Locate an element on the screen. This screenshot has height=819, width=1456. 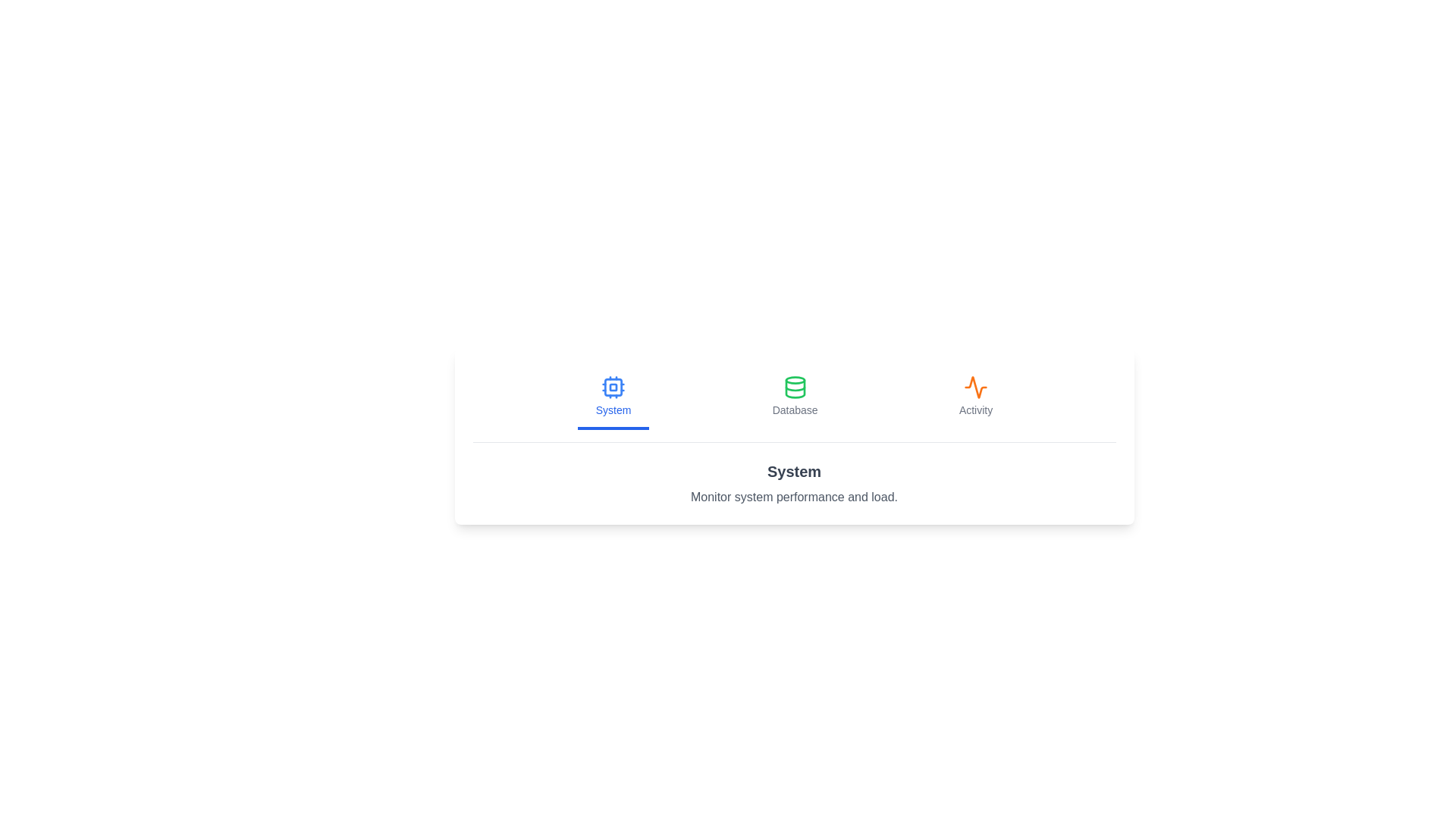
the tab navigation button labeled Activity is located at coordinates (975, 397).